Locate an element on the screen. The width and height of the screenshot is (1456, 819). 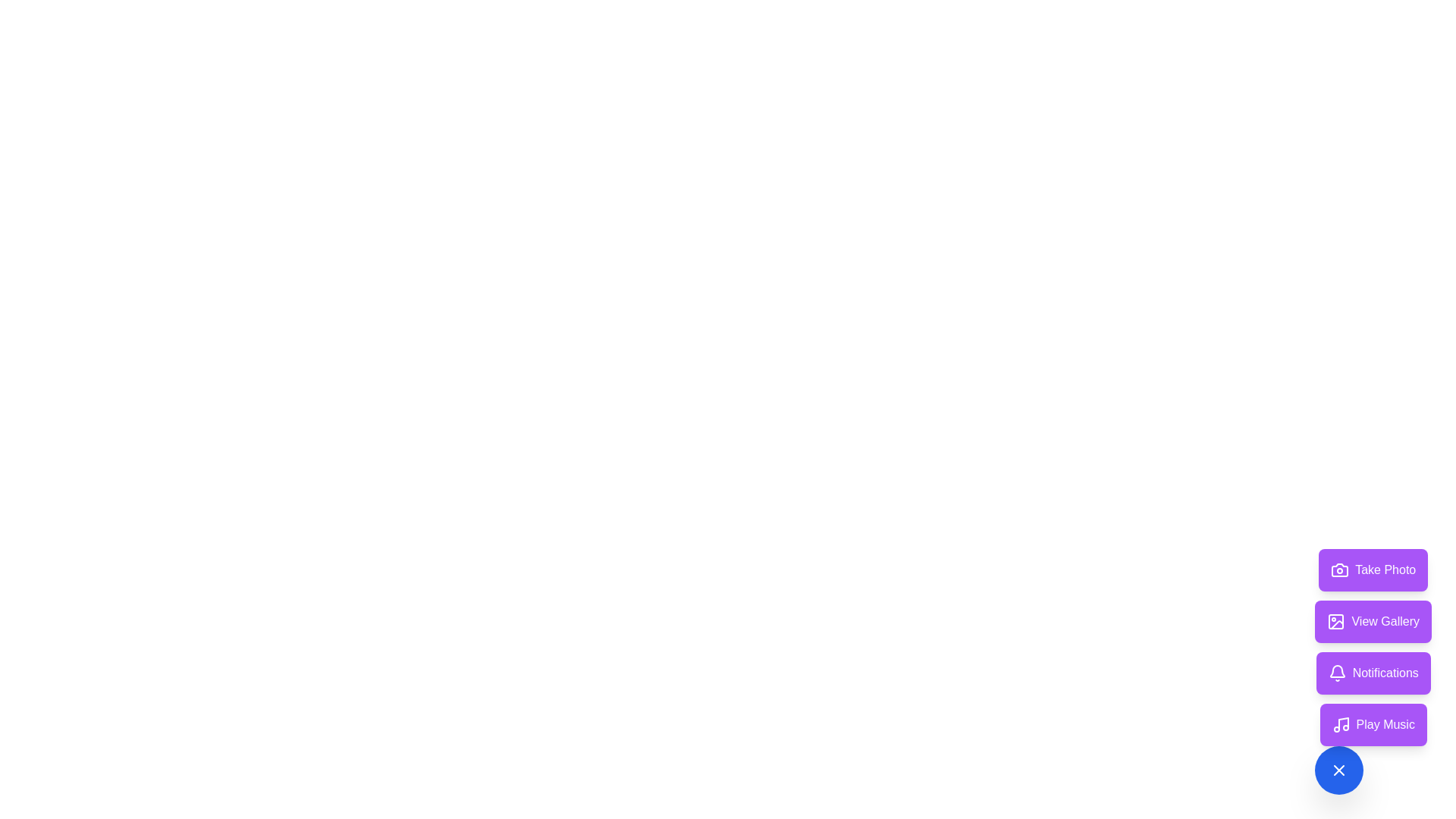
the text label inside the notifications button, which is the third button in the vertically aligned menu, located between 'View Gallery' and 'Play Music' is located at coordinates (1385, 672).